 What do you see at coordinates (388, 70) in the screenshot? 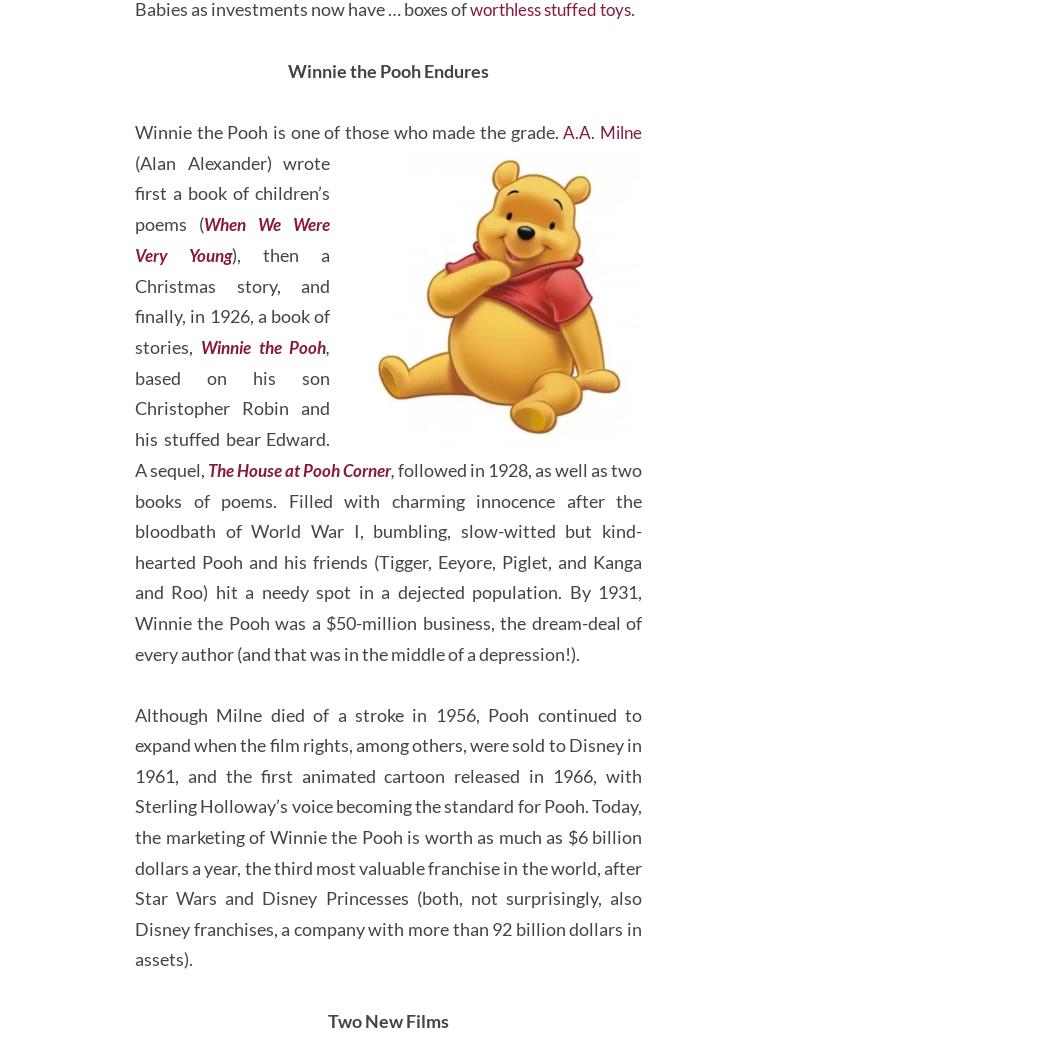
I see `'worthless stuffed toys'` at bounding box center [388, 70].